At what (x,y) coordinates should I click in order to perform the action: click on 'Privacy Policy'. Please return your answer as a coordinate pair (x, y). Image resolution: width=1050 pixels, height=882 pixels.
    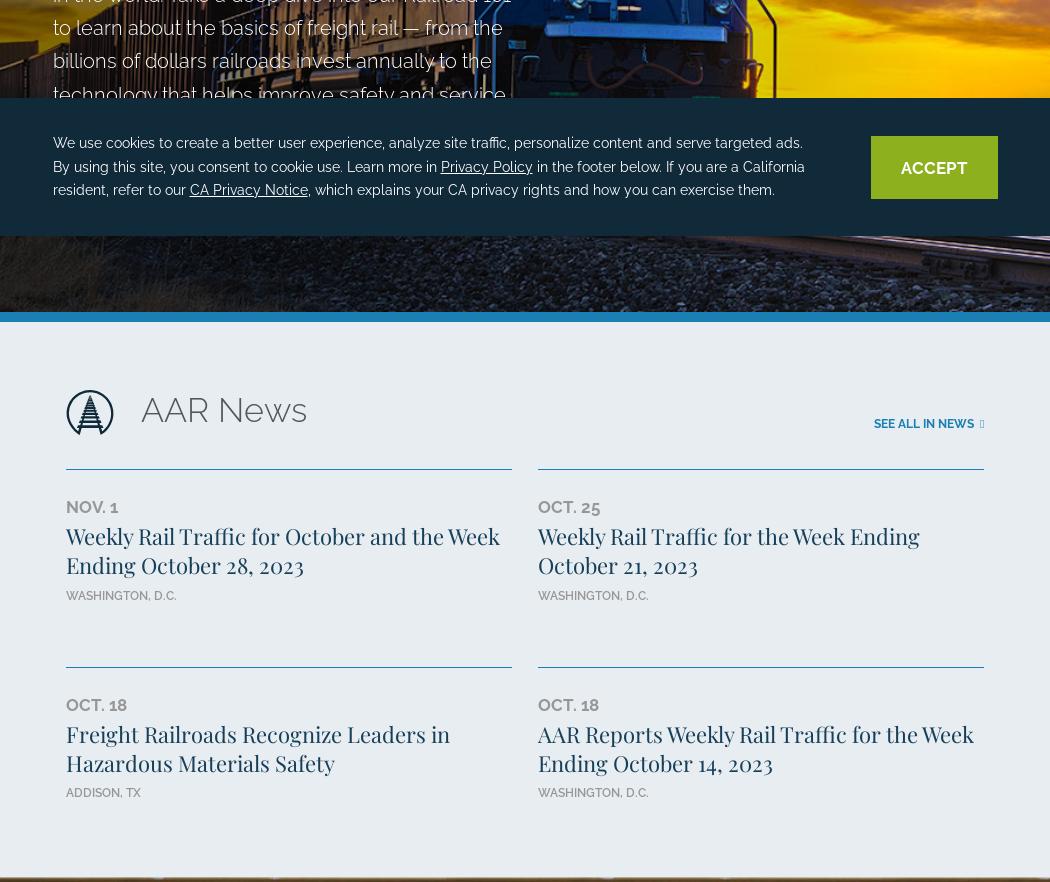
    Looking at the image, I should click on (486, 164).